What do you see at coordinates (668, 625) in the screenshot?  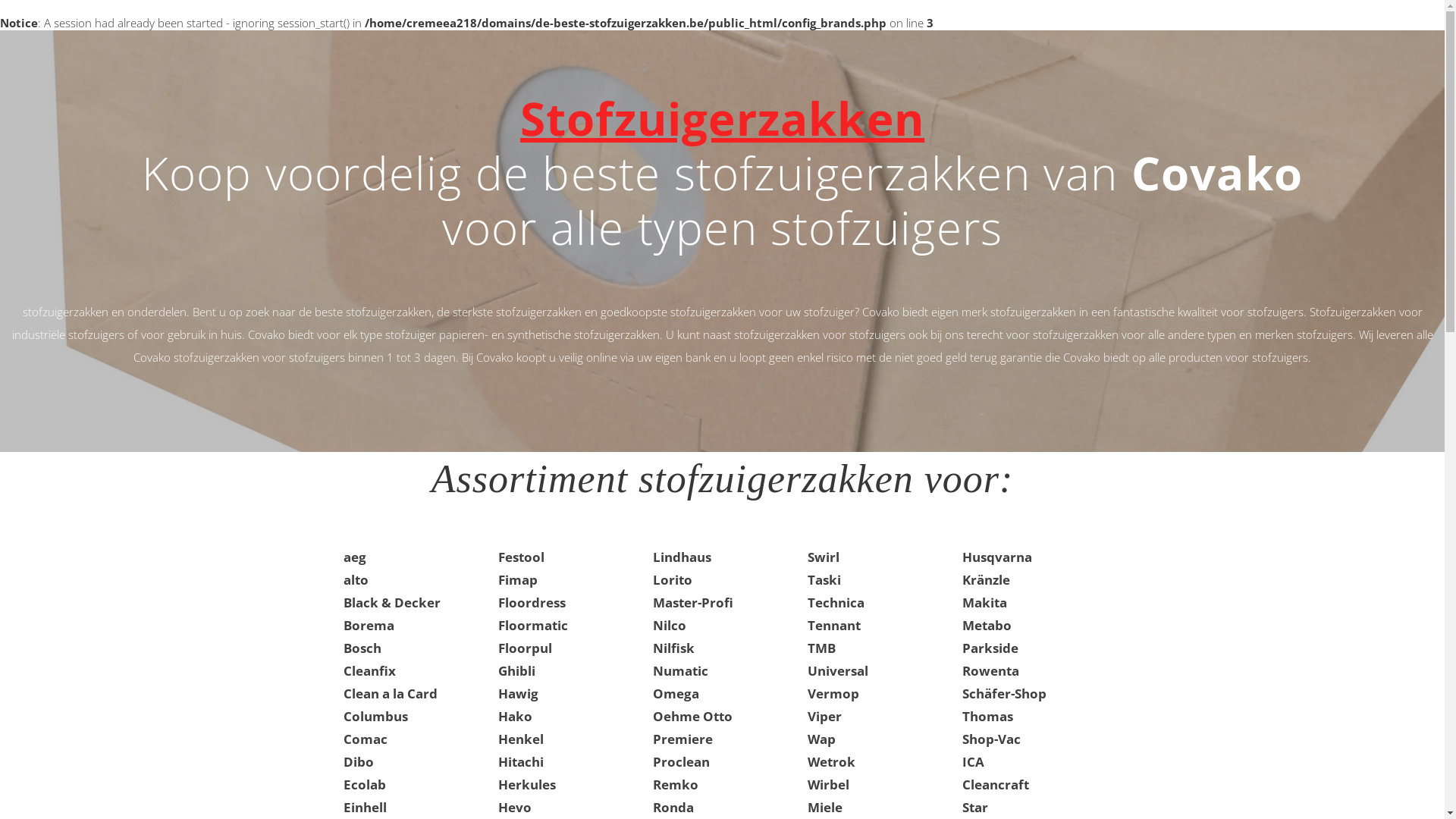 I see `'Nilco'` at bounding box center [668, 625].